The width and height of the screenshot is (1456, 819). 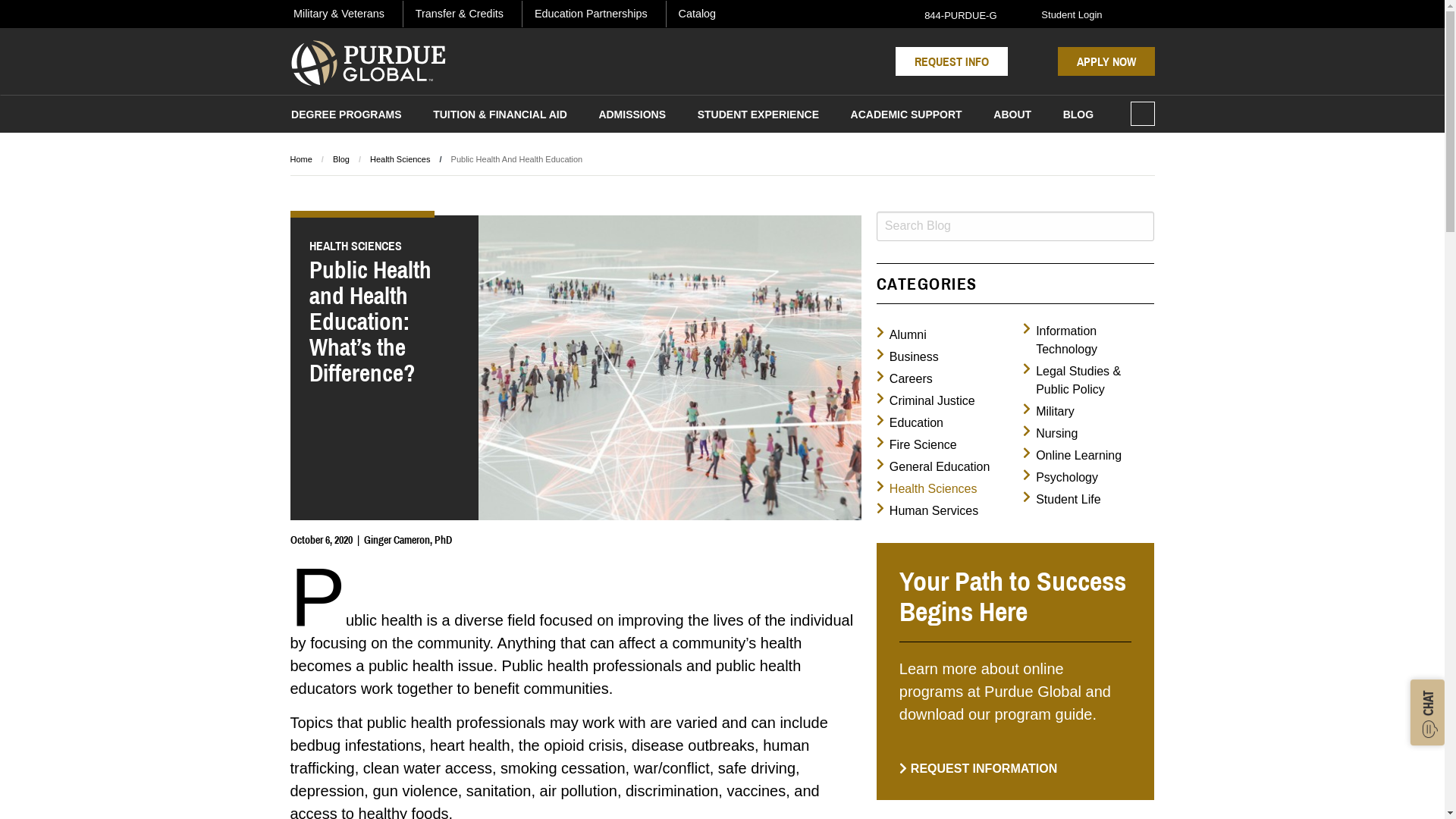 I want to click on 'Home', so click(x=290, y=158).